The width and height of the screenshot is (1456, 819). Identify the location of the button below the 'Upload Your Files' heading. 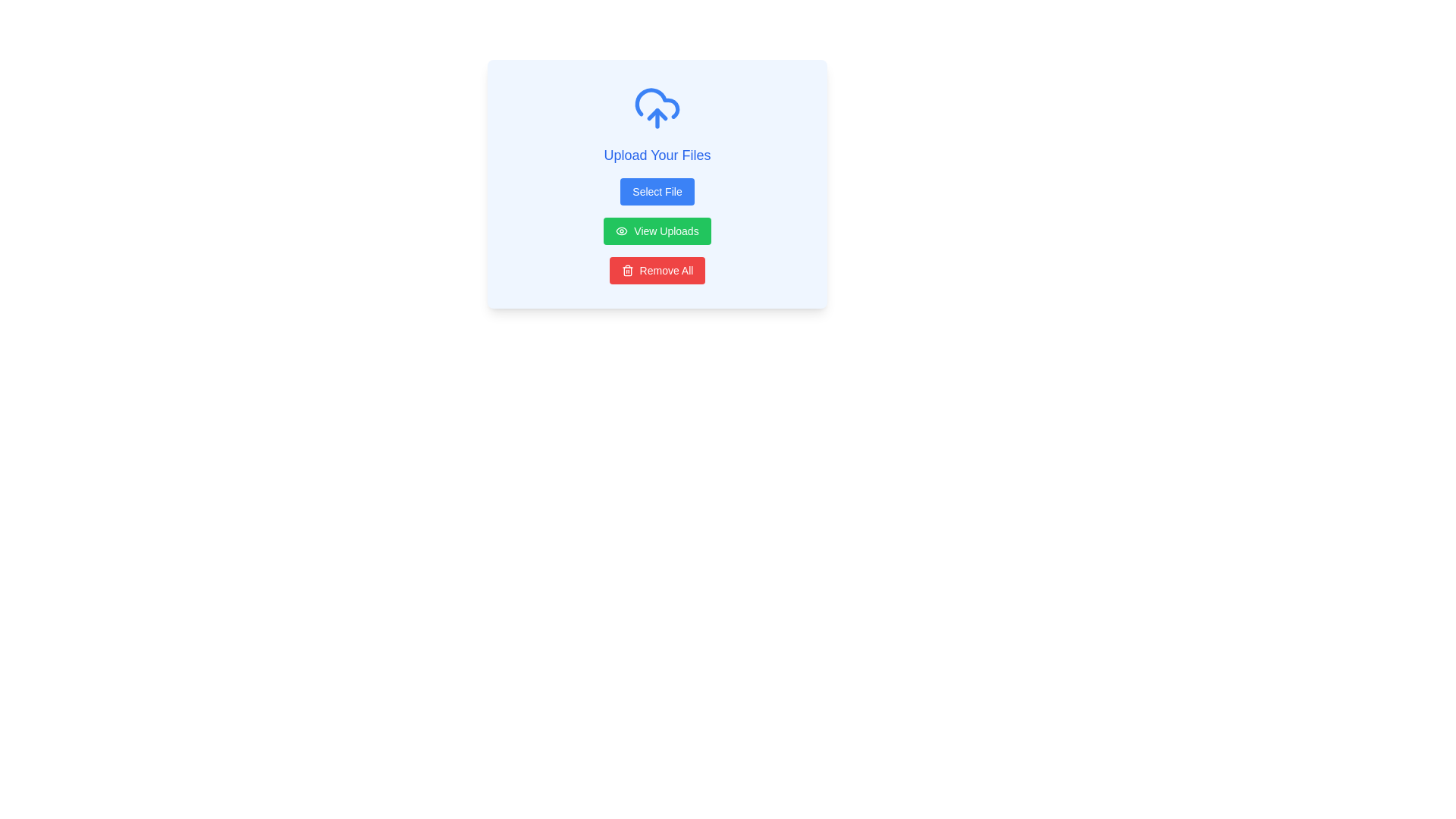
(657, 191).